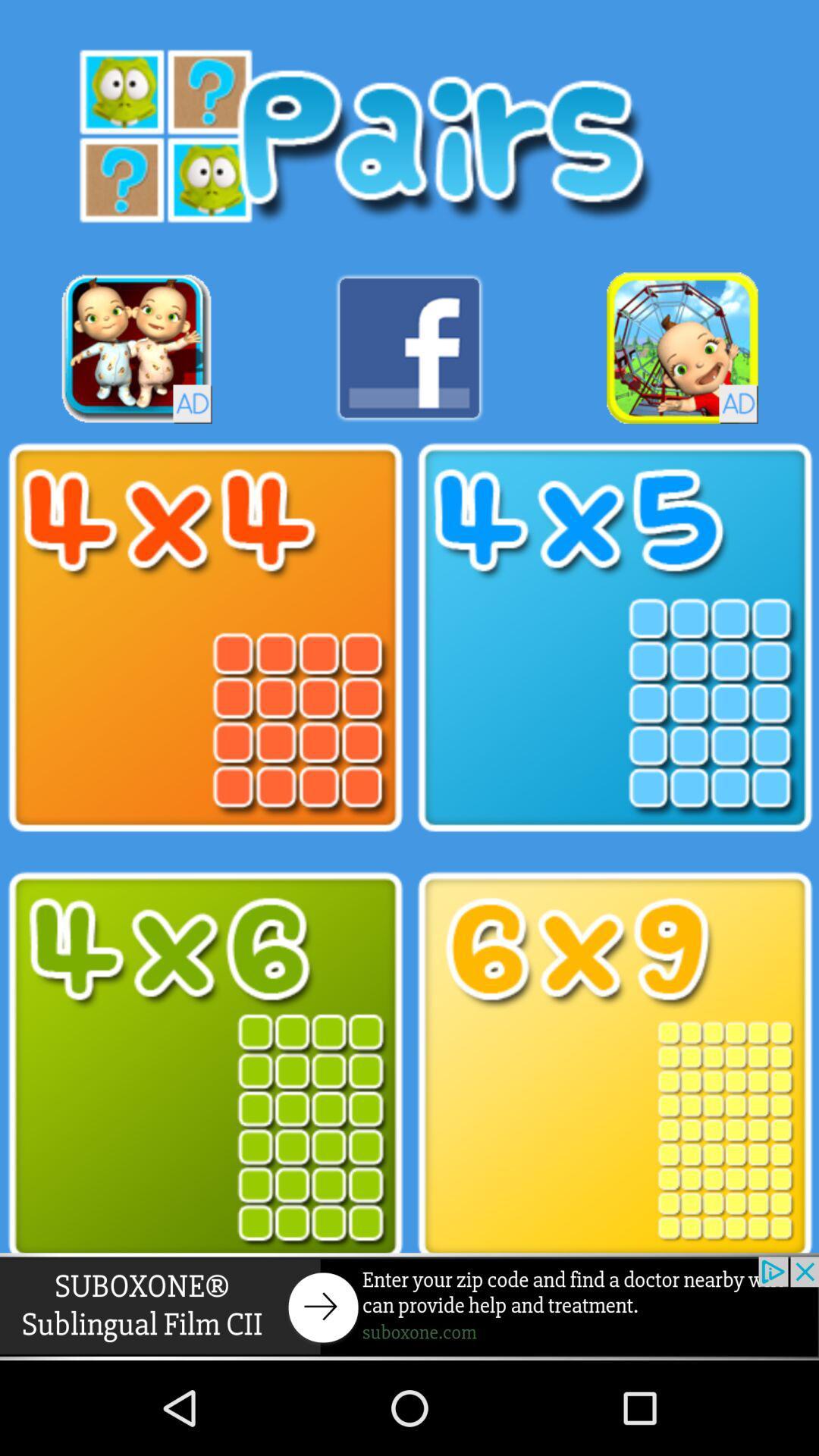  What do you see at coordinates (205, 1065) in the screenshot?
I see `game level option` at bounding box center [205, 1065].